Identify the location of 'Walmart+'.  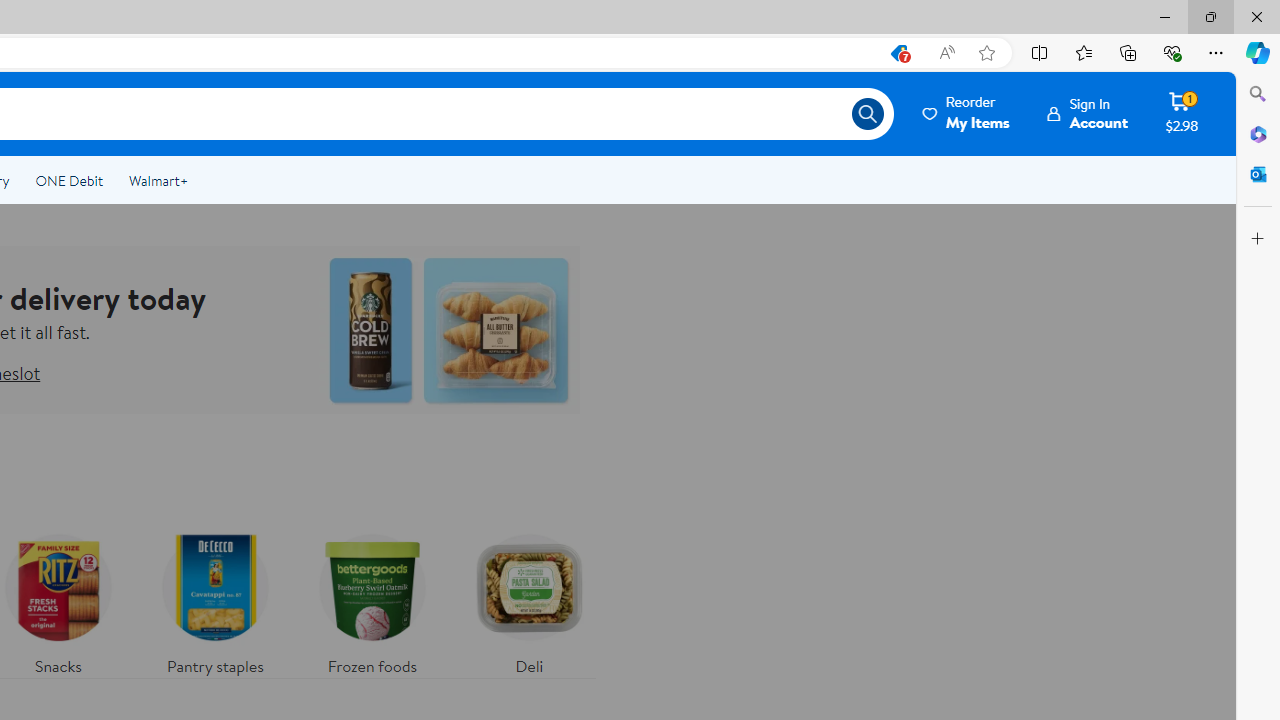
(157, 181).